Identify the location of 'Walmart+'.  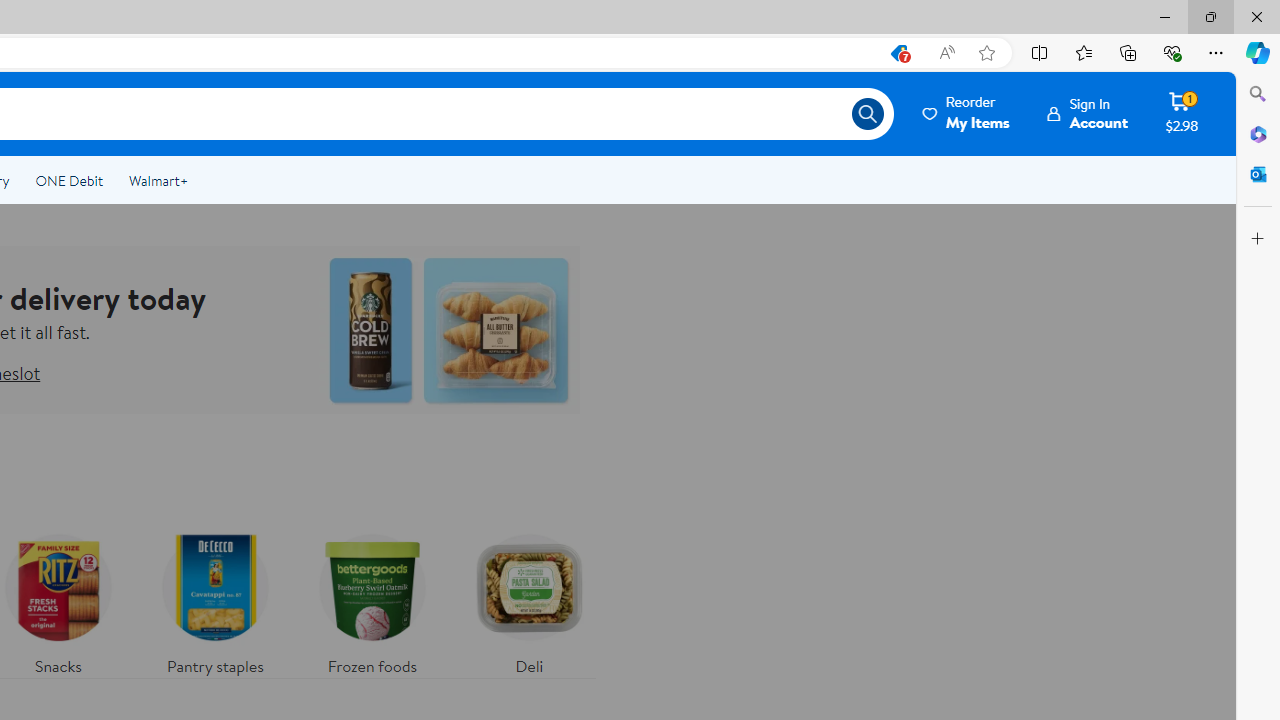
(157, 181).